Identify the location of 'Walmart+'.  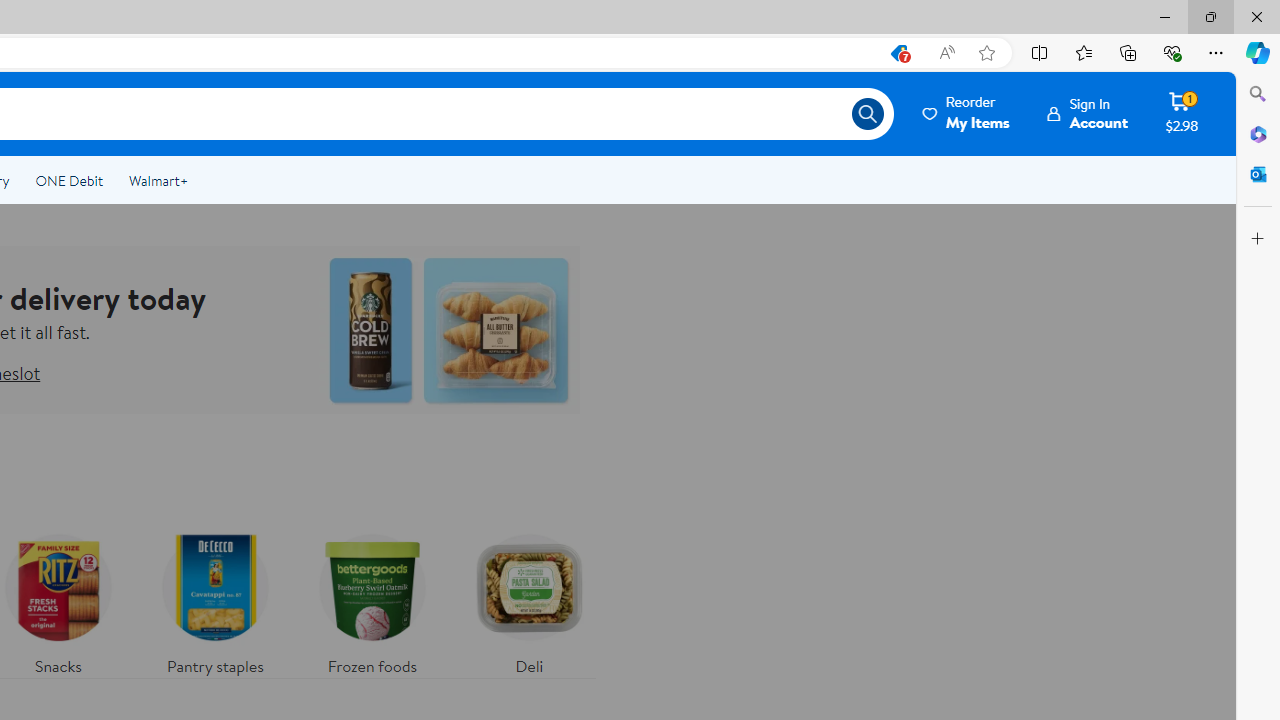
(157, 181).